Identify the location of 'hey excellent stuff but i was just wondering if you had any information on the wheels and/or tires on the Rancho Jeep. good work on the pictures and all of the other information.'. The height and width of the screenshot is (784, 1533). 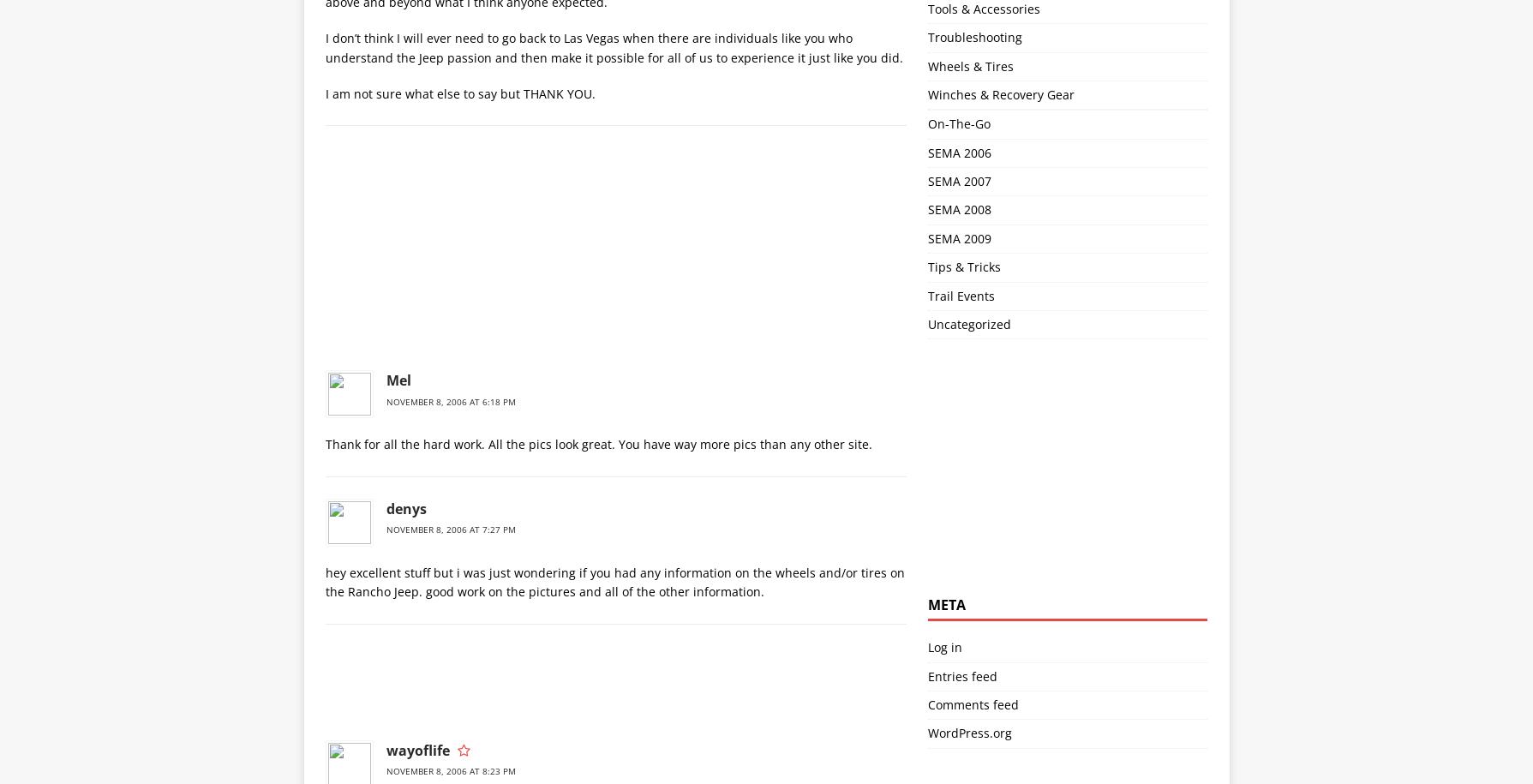
(324, 581).